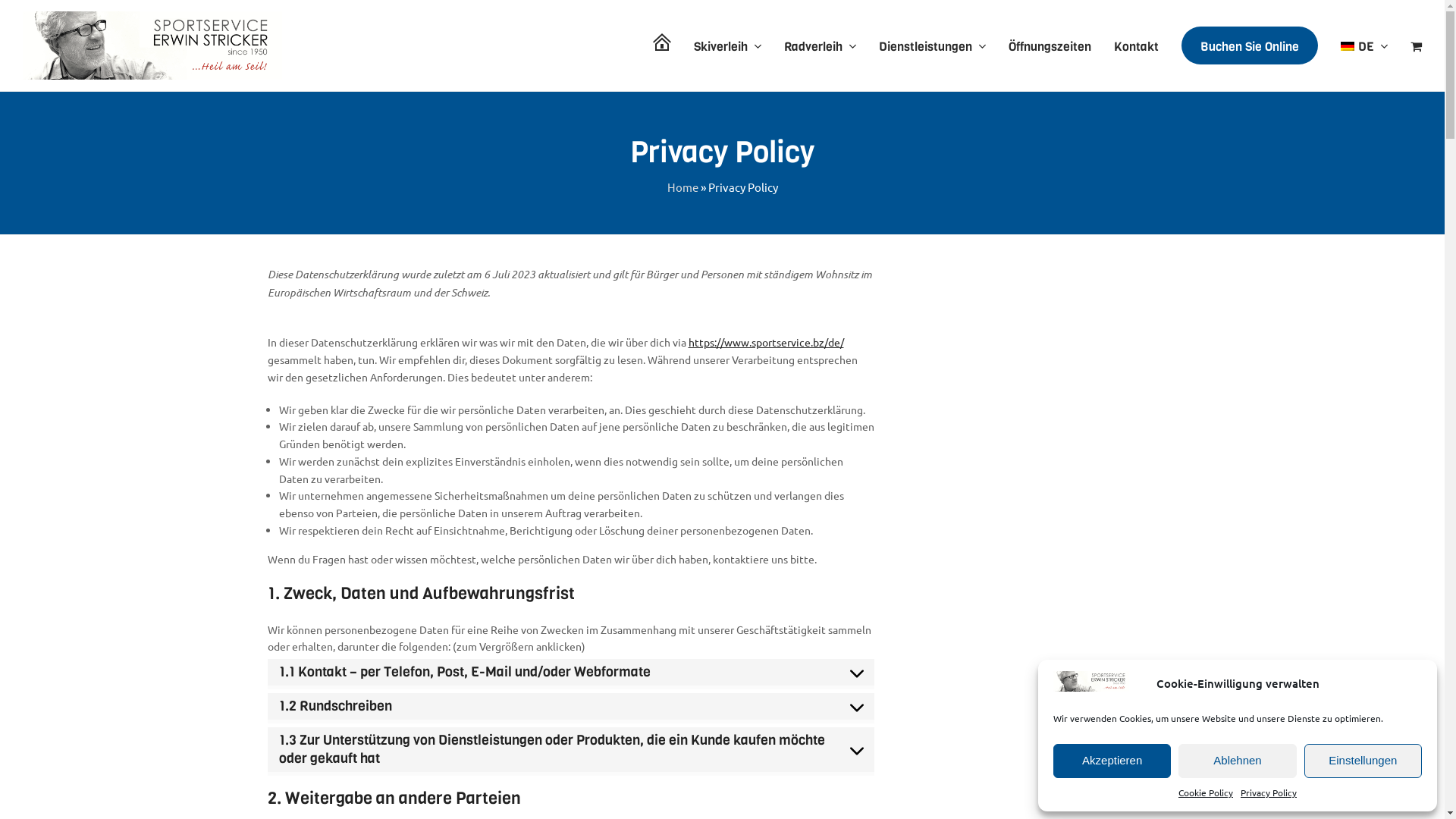 This screenshot has height=819, width=1456. I want to click on 'Dienstleistungen', so click(931, 45).